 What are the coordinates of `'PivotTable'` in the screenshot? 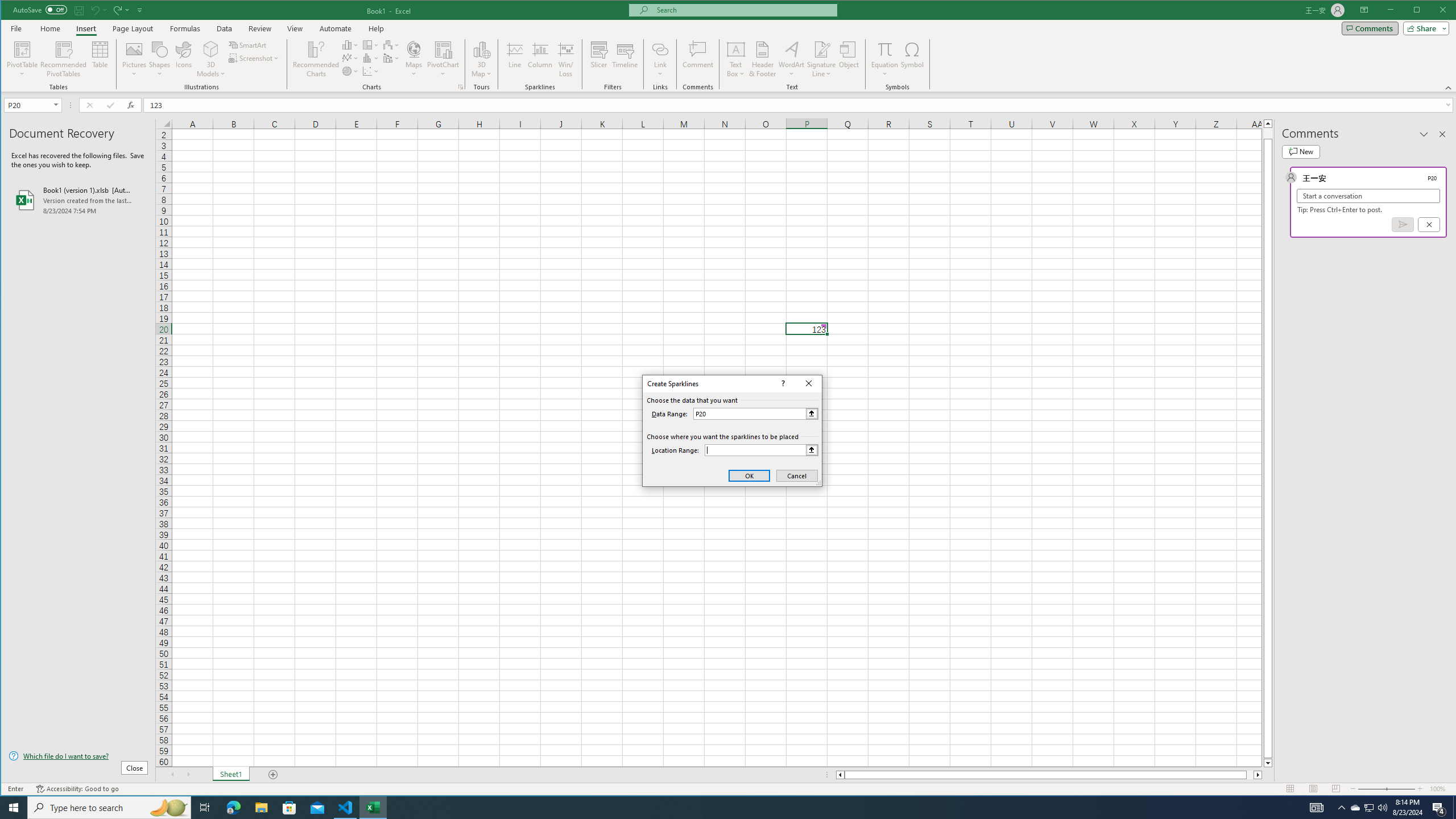 It's located at (22, 59).